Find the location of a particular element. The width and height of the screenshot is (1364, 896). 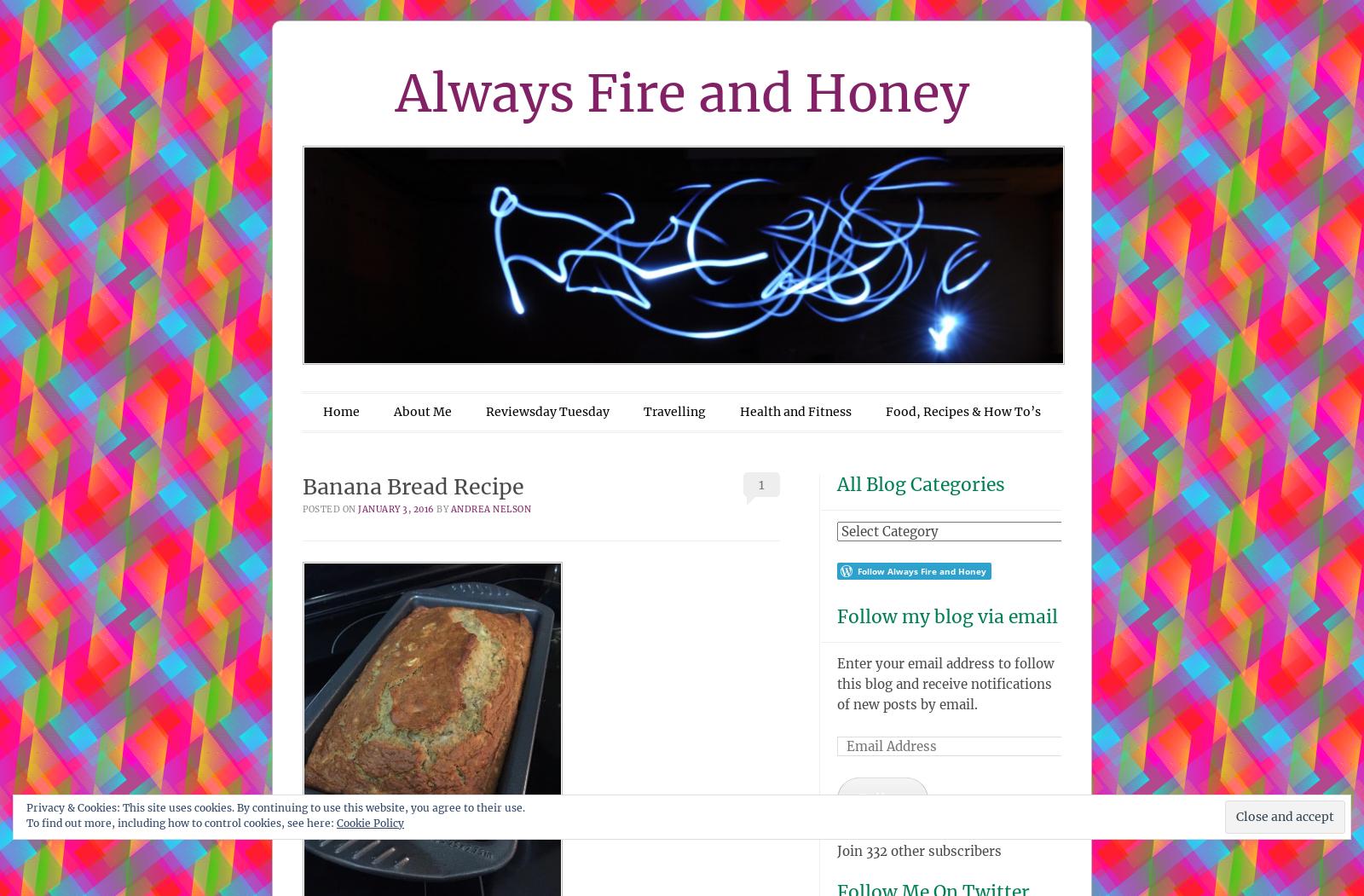

'To find out more, including how to control cookies, see here:' is located at coordinates (26, 822).